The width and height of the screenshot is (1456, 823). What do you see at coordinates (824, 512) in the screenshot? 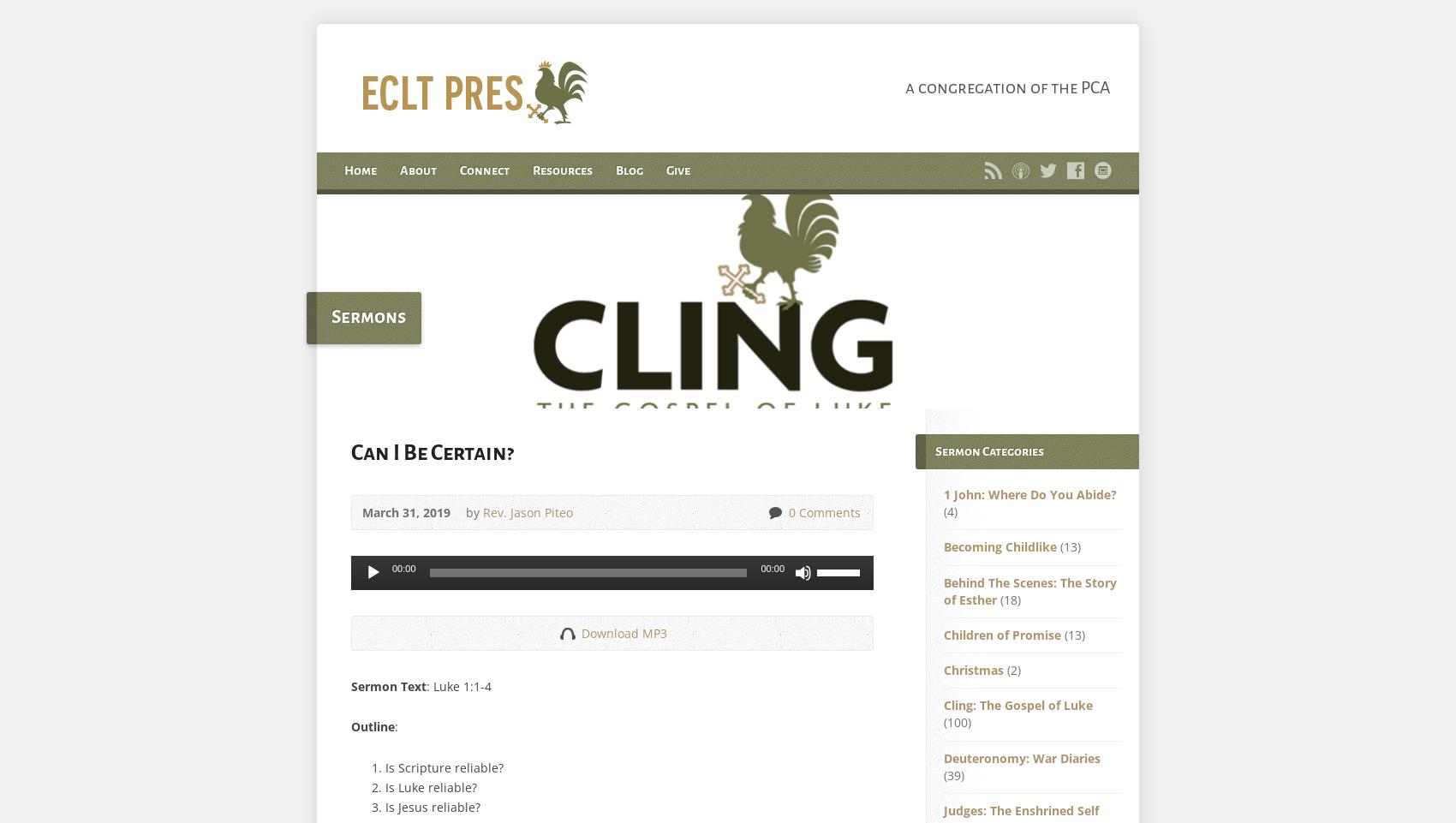
I see `'0 Comments'` at bounding box center [824, 512].